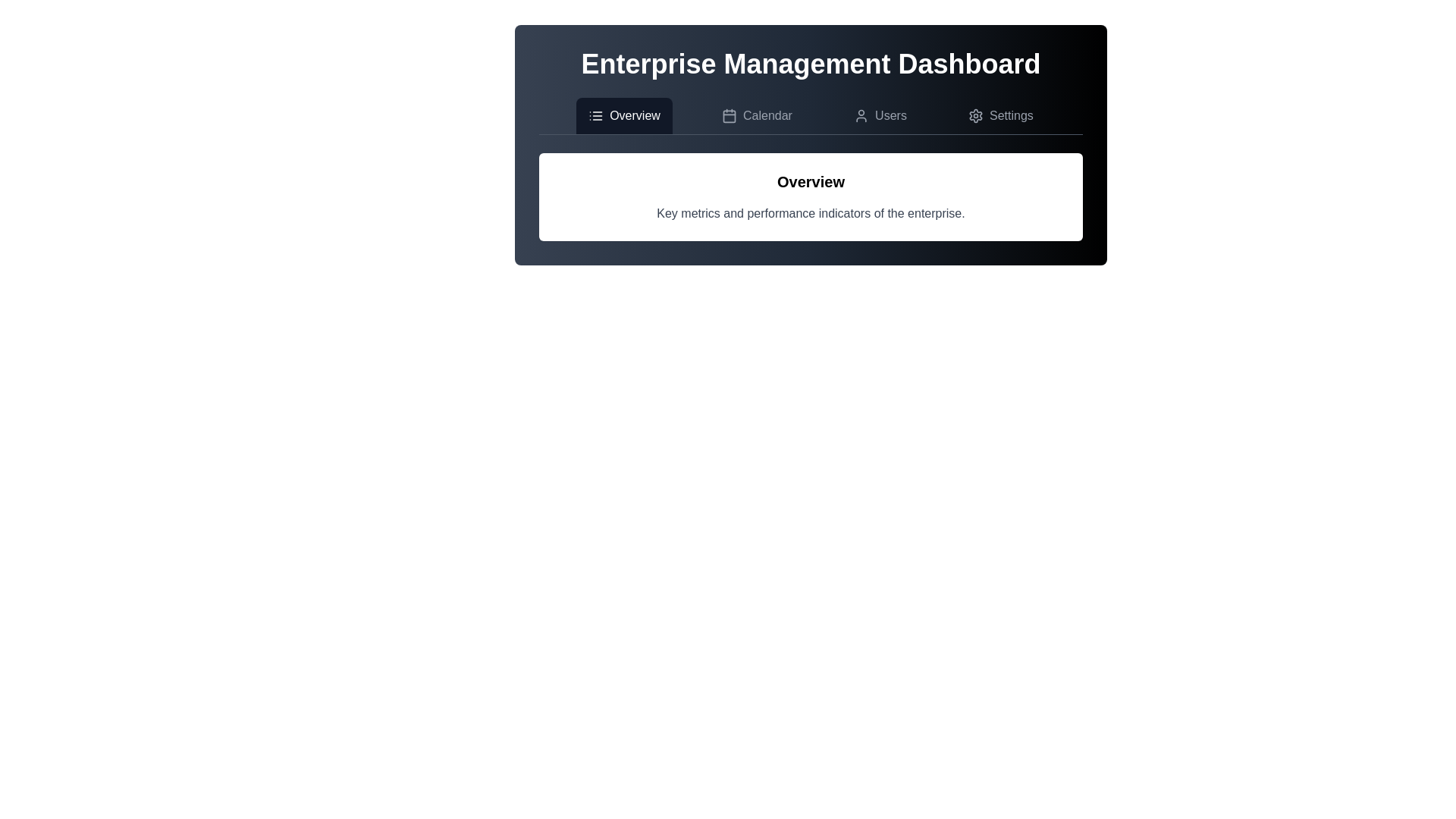  Describe the element at coordinates (880, 115) in the screenshot. I see `the 'Users' menu option in the navigation bar` at that location.